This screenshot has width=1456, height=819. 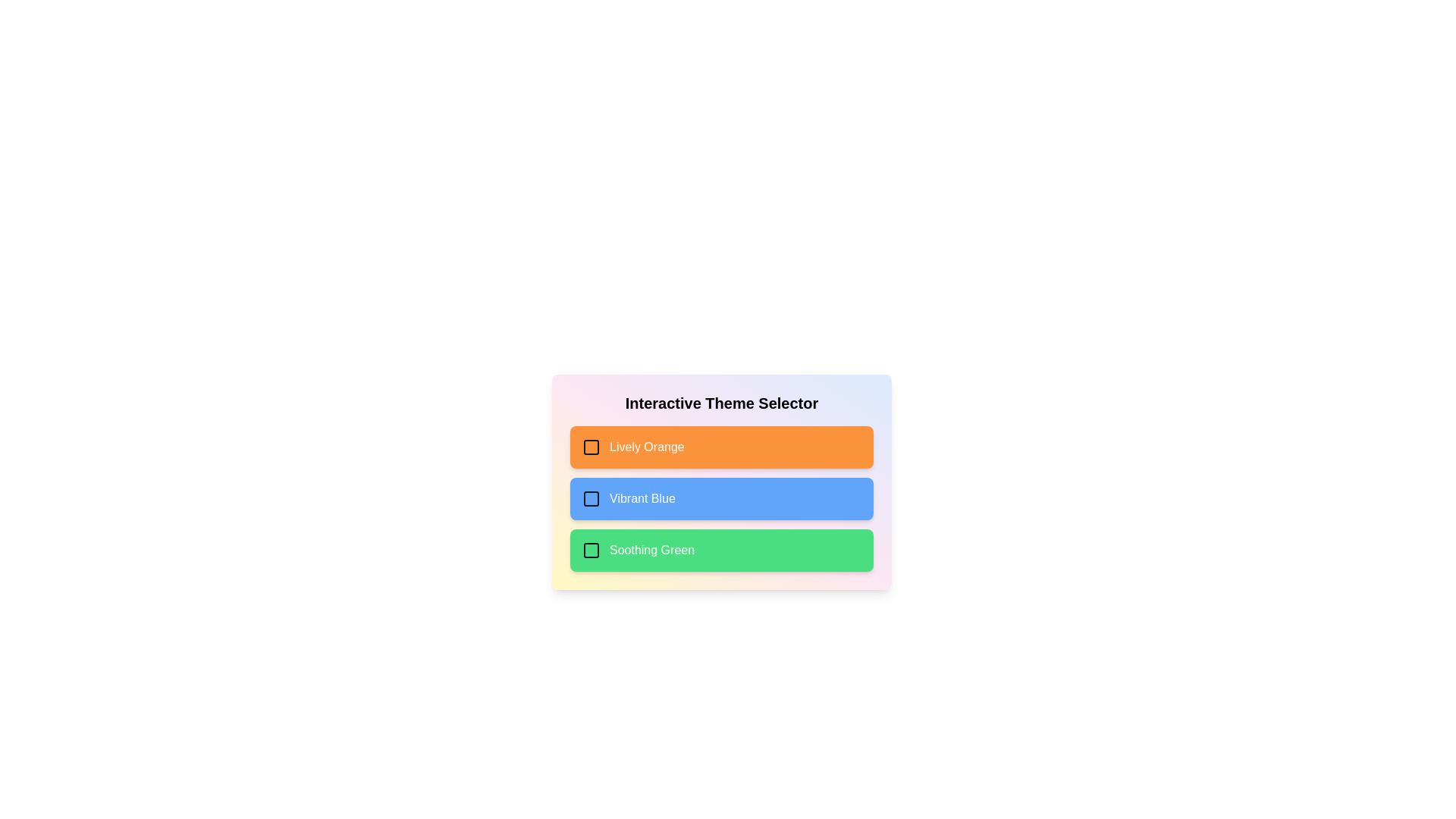 What do you see at coordinates (590, 447) in the screenshot?
I see `the checkbox labeled Lively Orange` at bounding box center [590, 447].